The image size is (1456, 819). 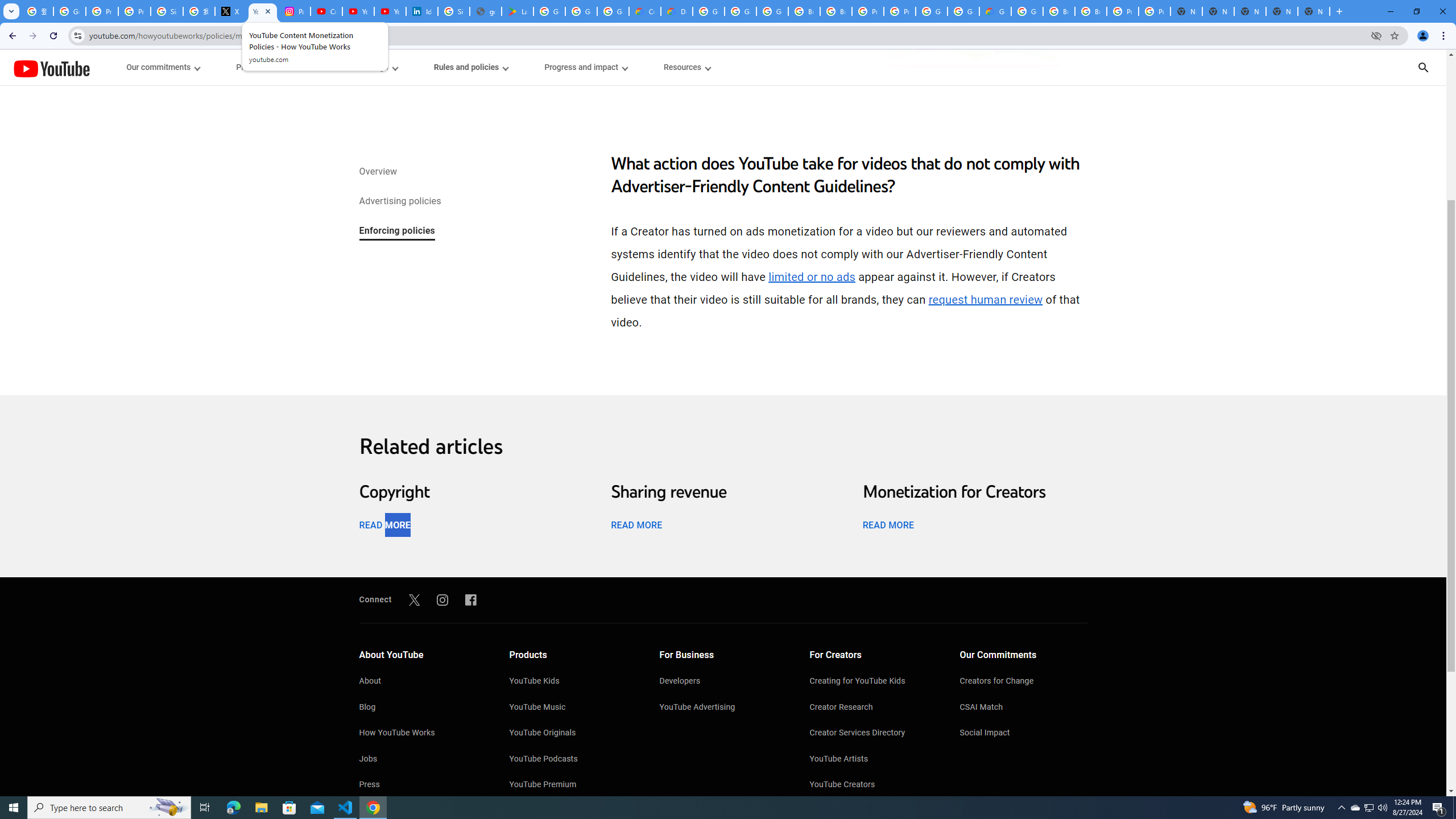 What do you see at coordinates (1423, 35) in the screenshot?
I see `'You'` at bounding box center [1423, 35].